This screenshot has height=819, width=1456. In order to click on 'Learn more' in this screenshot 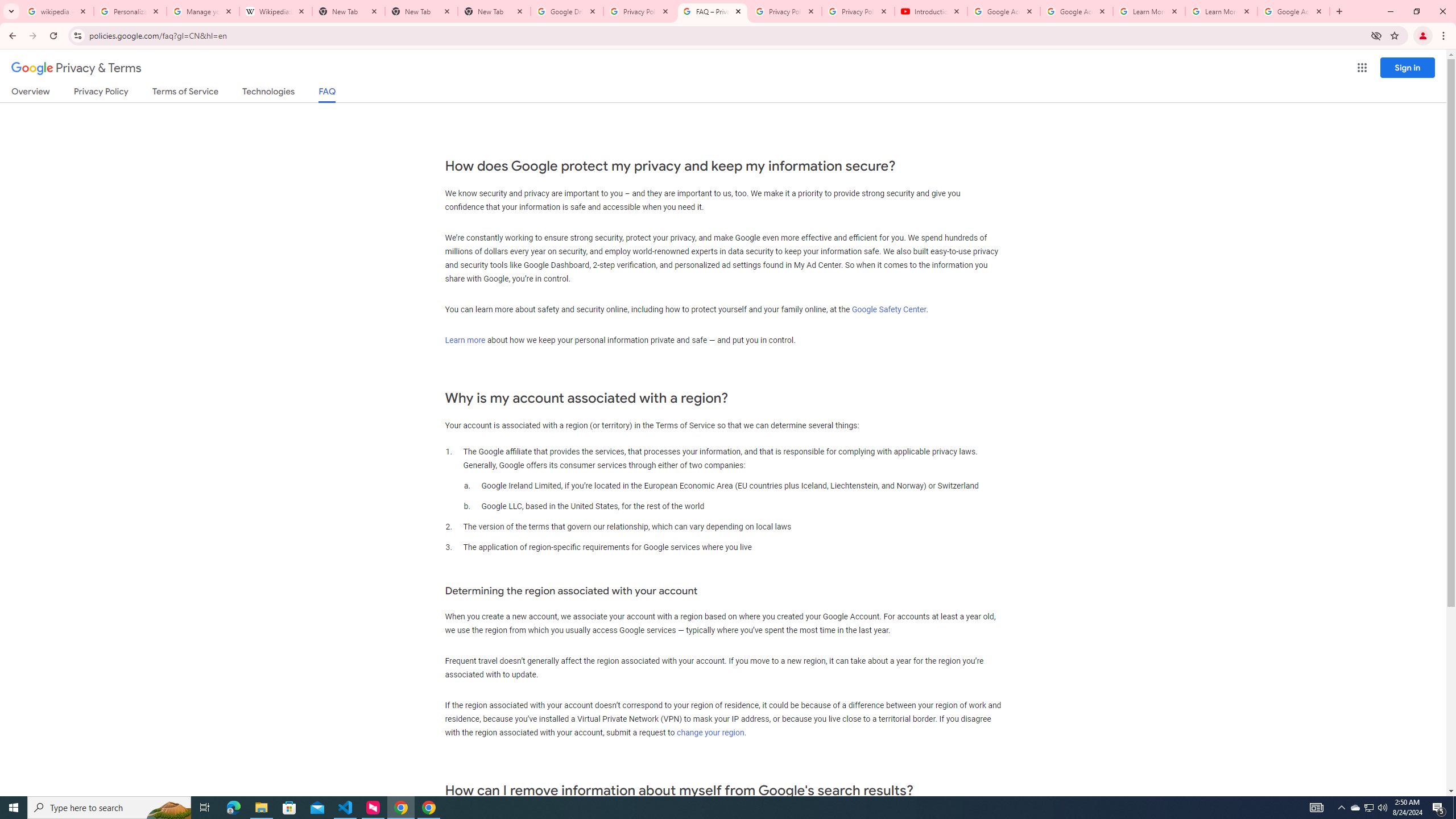, I will do `click(464, 340)`.